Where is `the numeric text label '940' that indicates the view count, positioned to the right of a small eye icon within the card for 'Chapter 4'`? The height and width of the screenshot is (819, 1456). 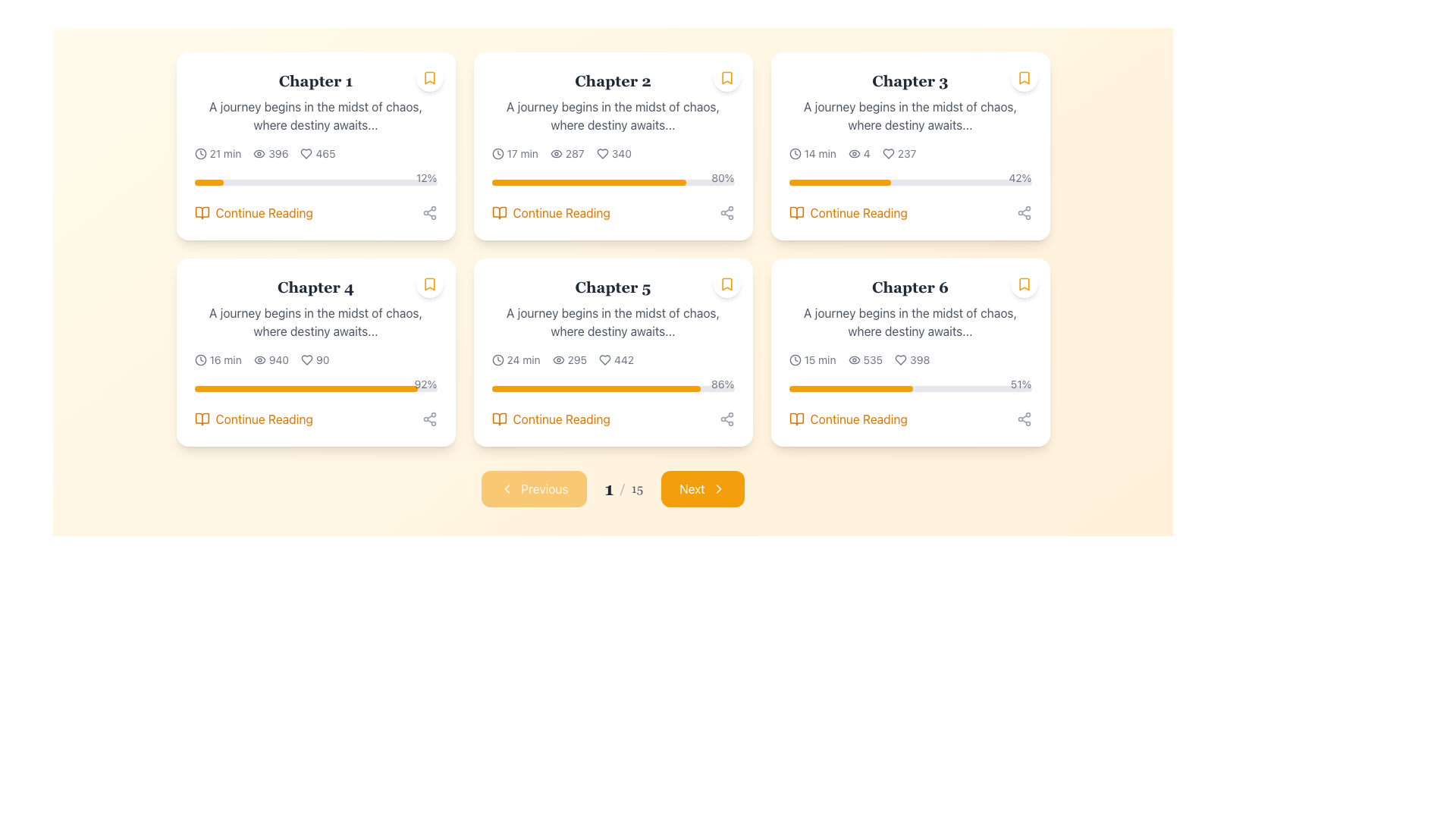 the numeric text label '940' that indicates the view count, positioned to the right of a small eye icon within the card for 'Chapter 4' is located at coordinates (278, 359).